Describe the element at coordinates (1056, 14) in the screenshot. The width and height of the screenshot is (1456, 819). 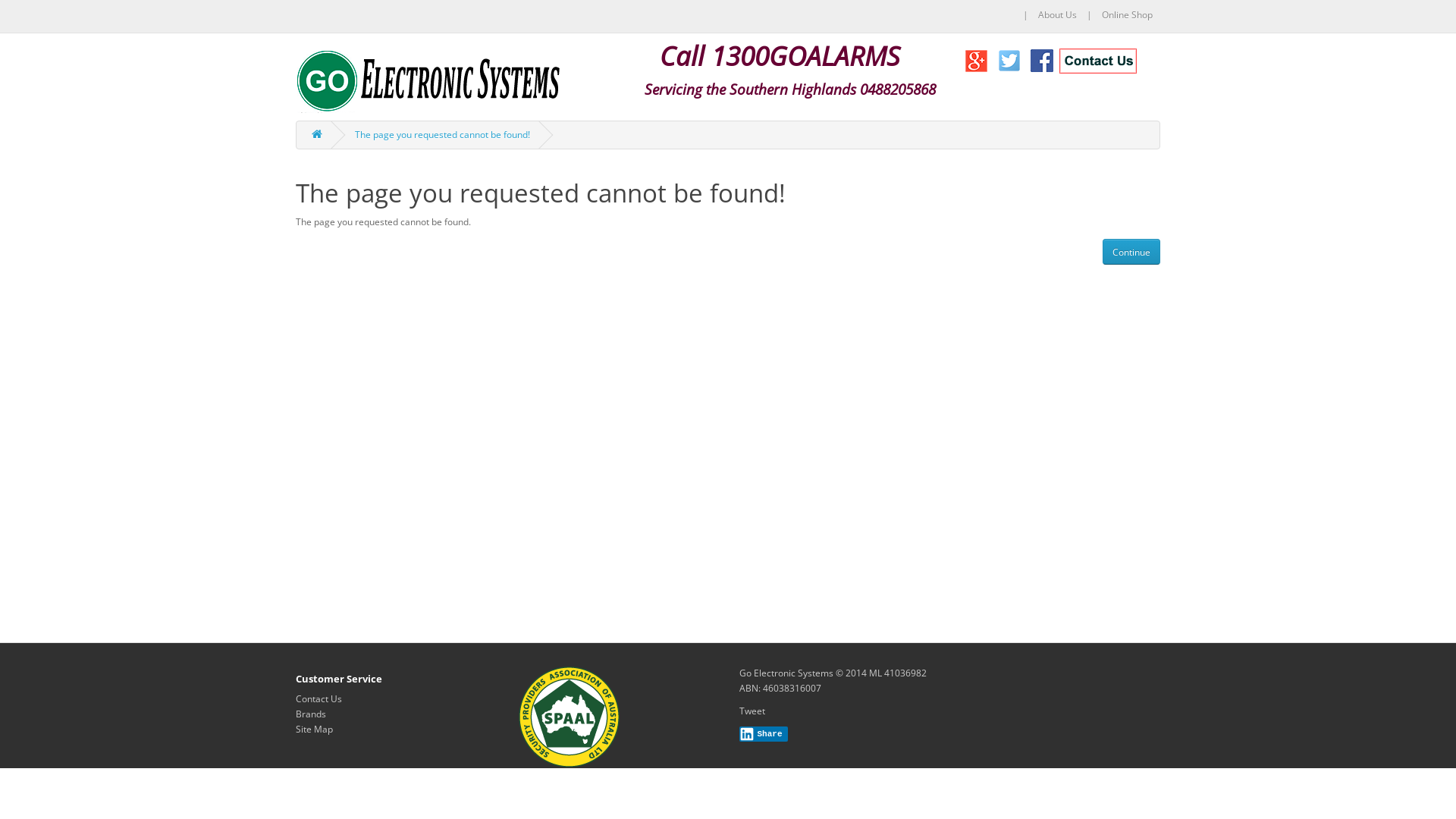
I see `'About Us'` at that location.